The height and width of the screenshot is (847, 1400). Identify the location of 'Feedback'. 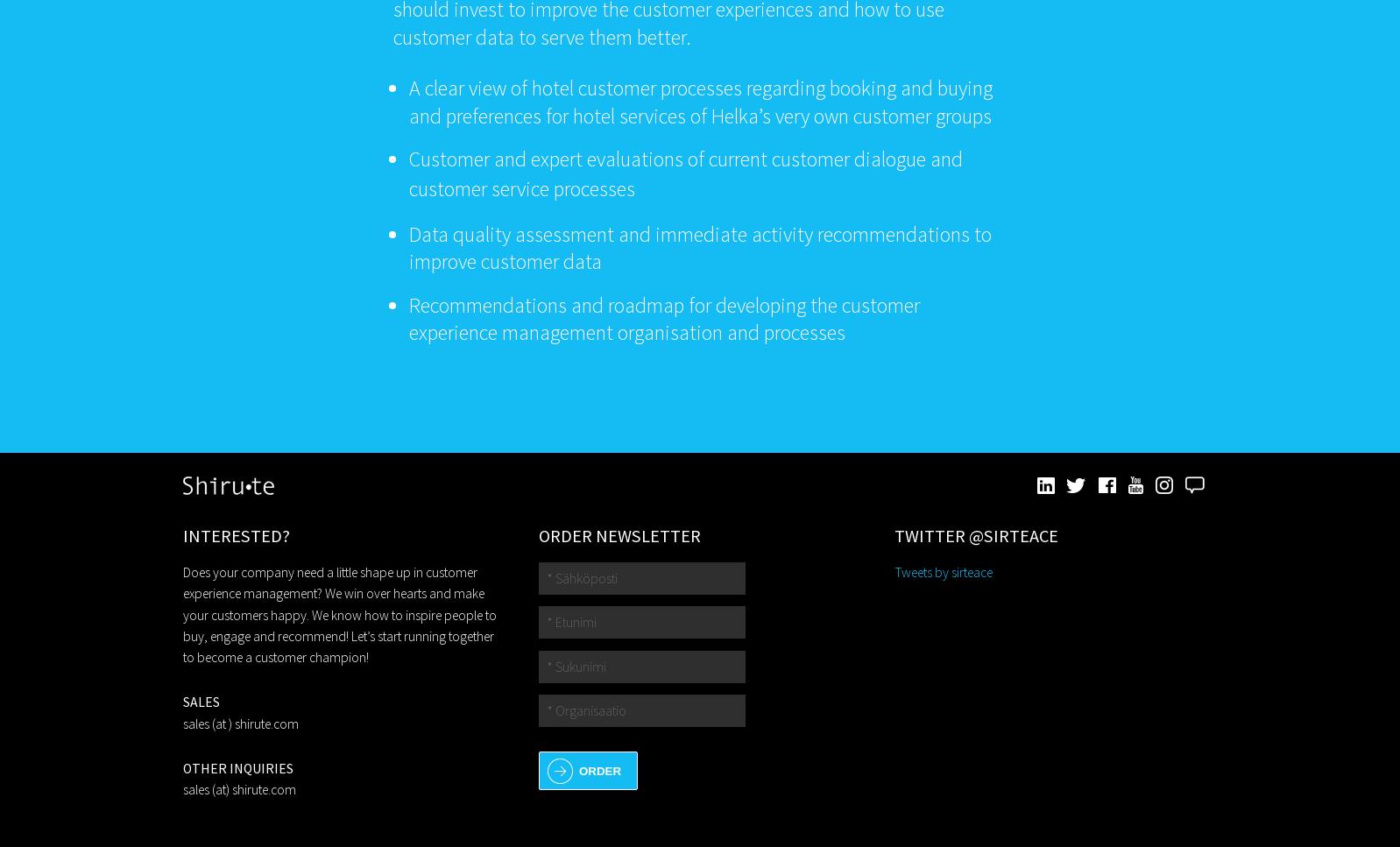
(1205, 486).